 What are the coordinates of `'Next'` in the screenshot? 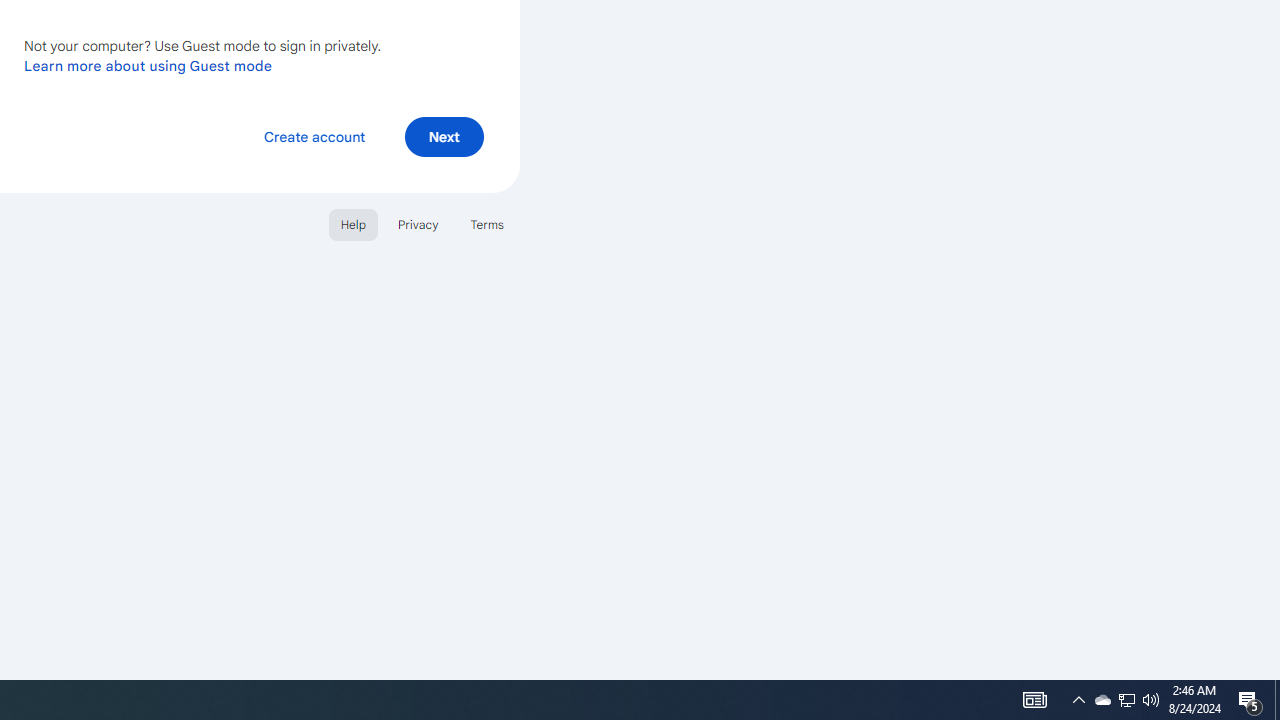 It's located at (443, 135).